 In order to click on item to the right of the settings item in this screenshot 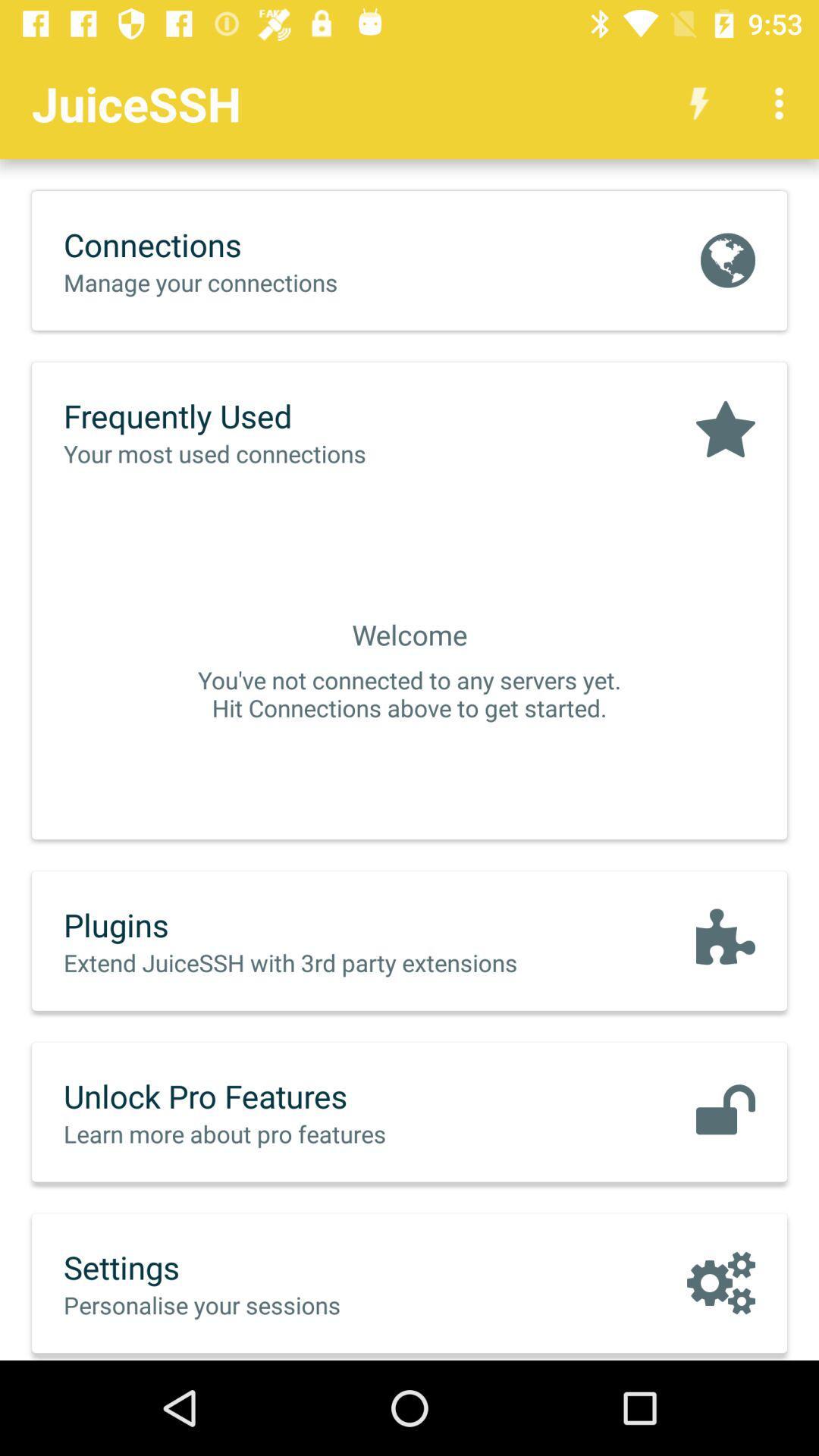, I will do `click(720, 1282)`.